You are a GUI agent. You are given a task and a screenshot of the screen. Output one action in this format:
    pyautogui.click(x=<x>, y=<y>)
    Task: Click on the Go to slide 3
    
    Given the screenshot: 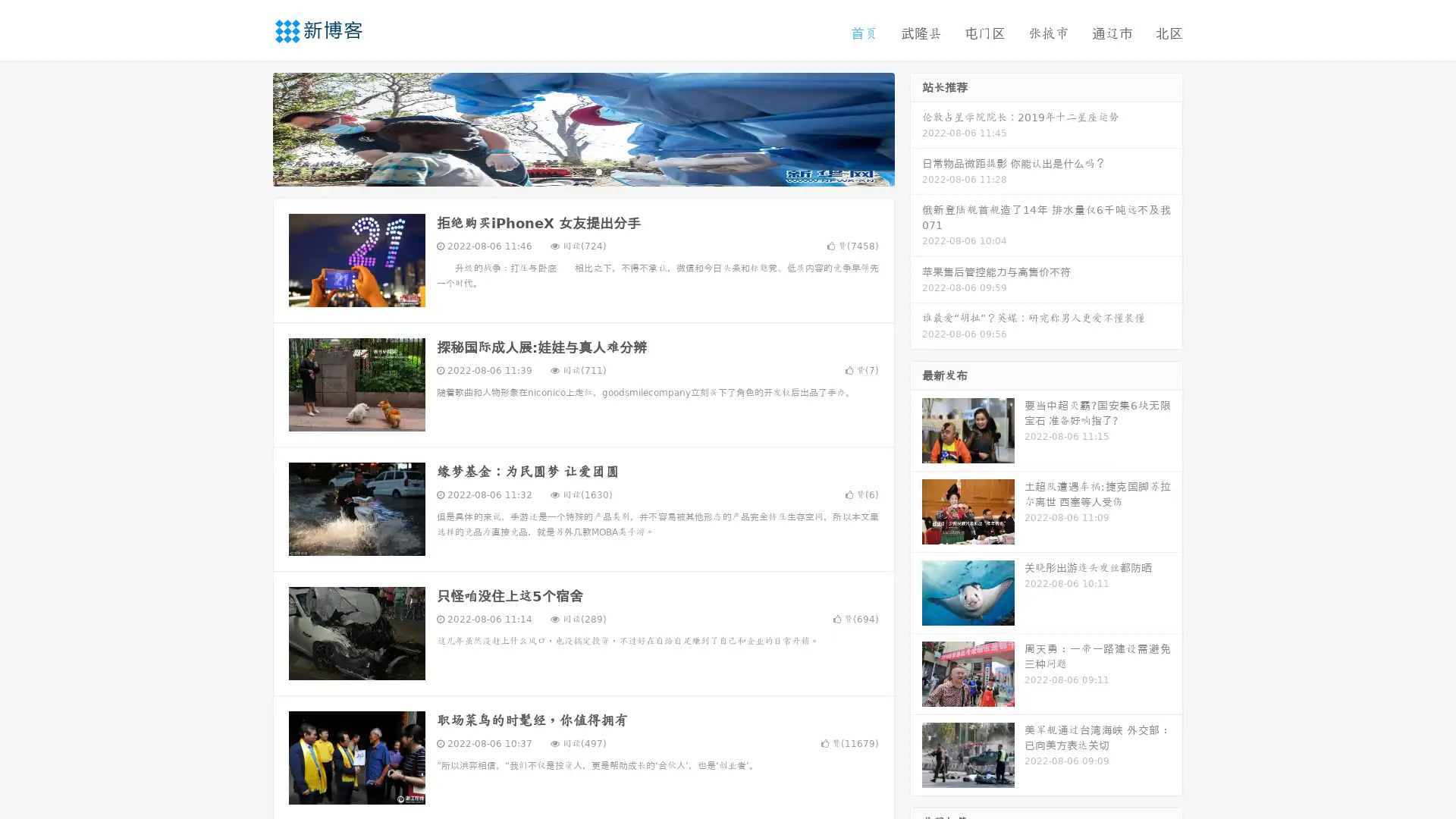 What is the action you would take?
    pyautogui.click(x=598, y=171)
    